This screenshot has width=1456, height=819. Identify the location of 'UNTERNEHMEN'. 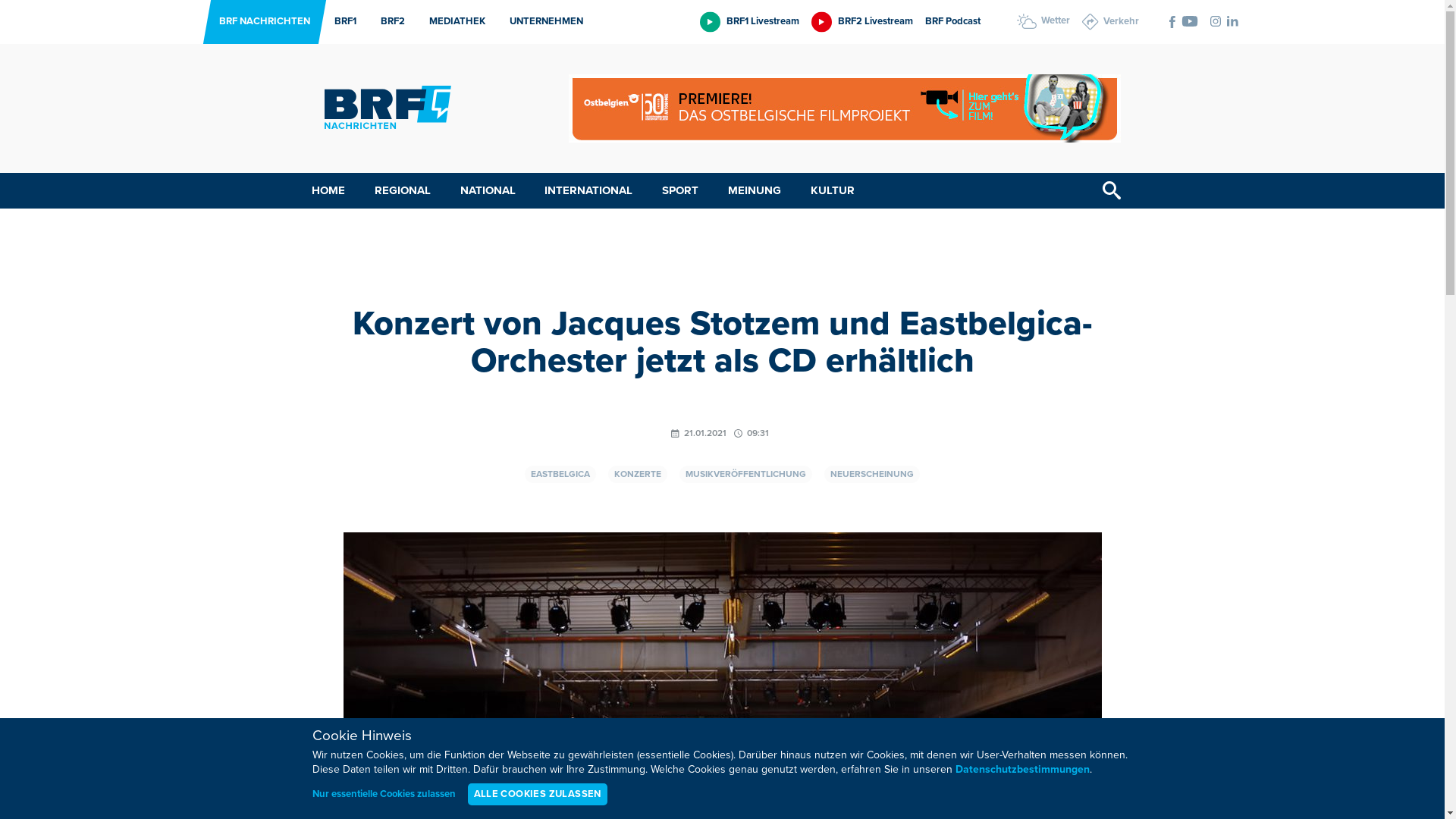
(541, 22).